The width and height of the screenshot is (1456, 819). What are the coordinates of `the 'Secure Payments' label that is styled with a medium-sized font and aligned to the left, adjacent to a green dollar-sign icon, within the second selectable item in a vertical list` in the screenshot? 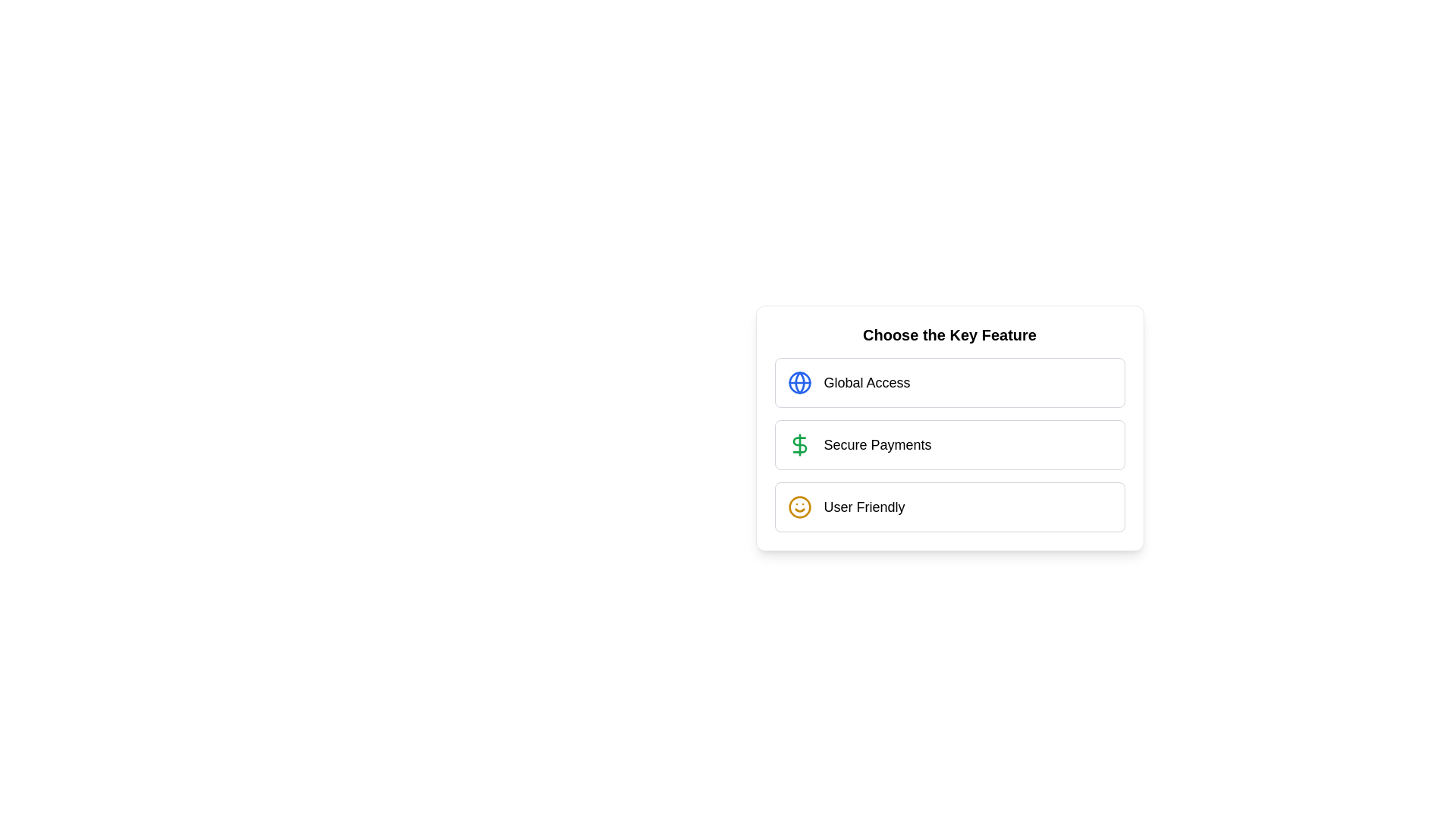 It's located at (877, 444).